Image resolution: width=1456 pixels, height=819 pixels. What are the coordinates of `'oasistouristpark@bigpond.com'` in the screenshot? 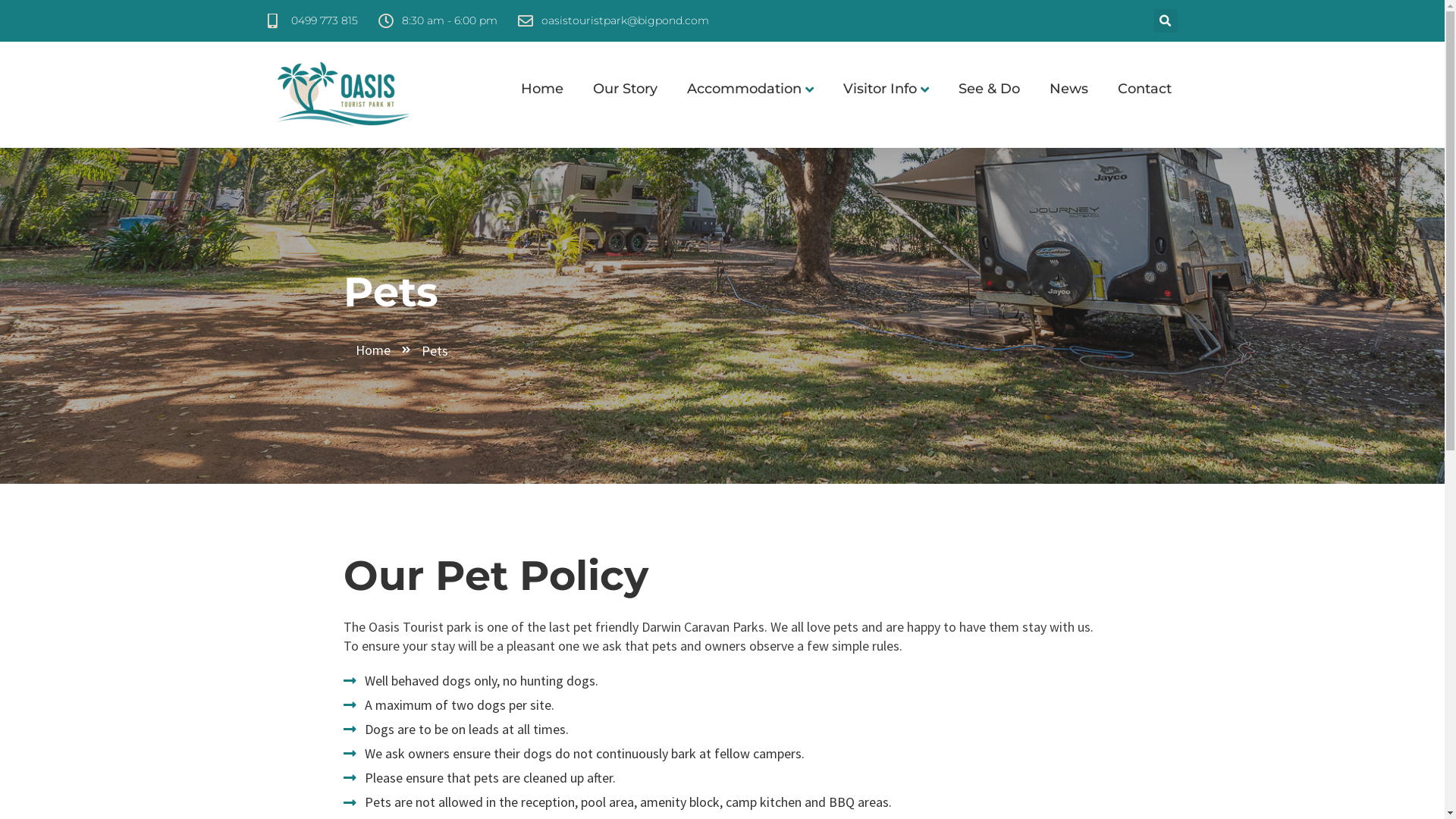 It's located at (612, 20).